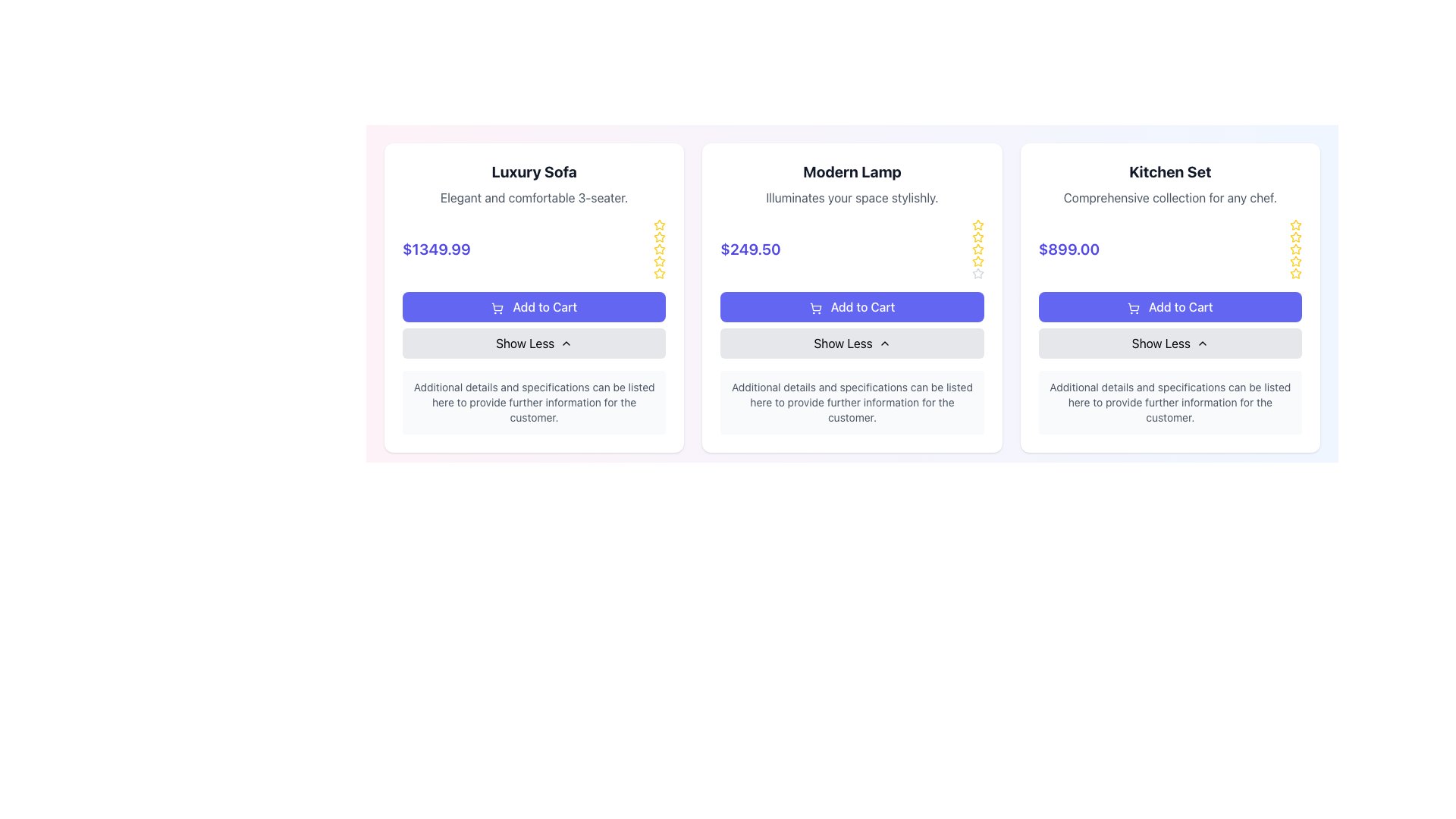  Describe the element at coordinates (1160, 343) in the screenshot. I see `the text content of the label indicating the function of collapsing or hiding additional information related to the 'Kitchen Set', located within the gray rectangular button at the bottom of the 'Kitchen Set' card` at that location.